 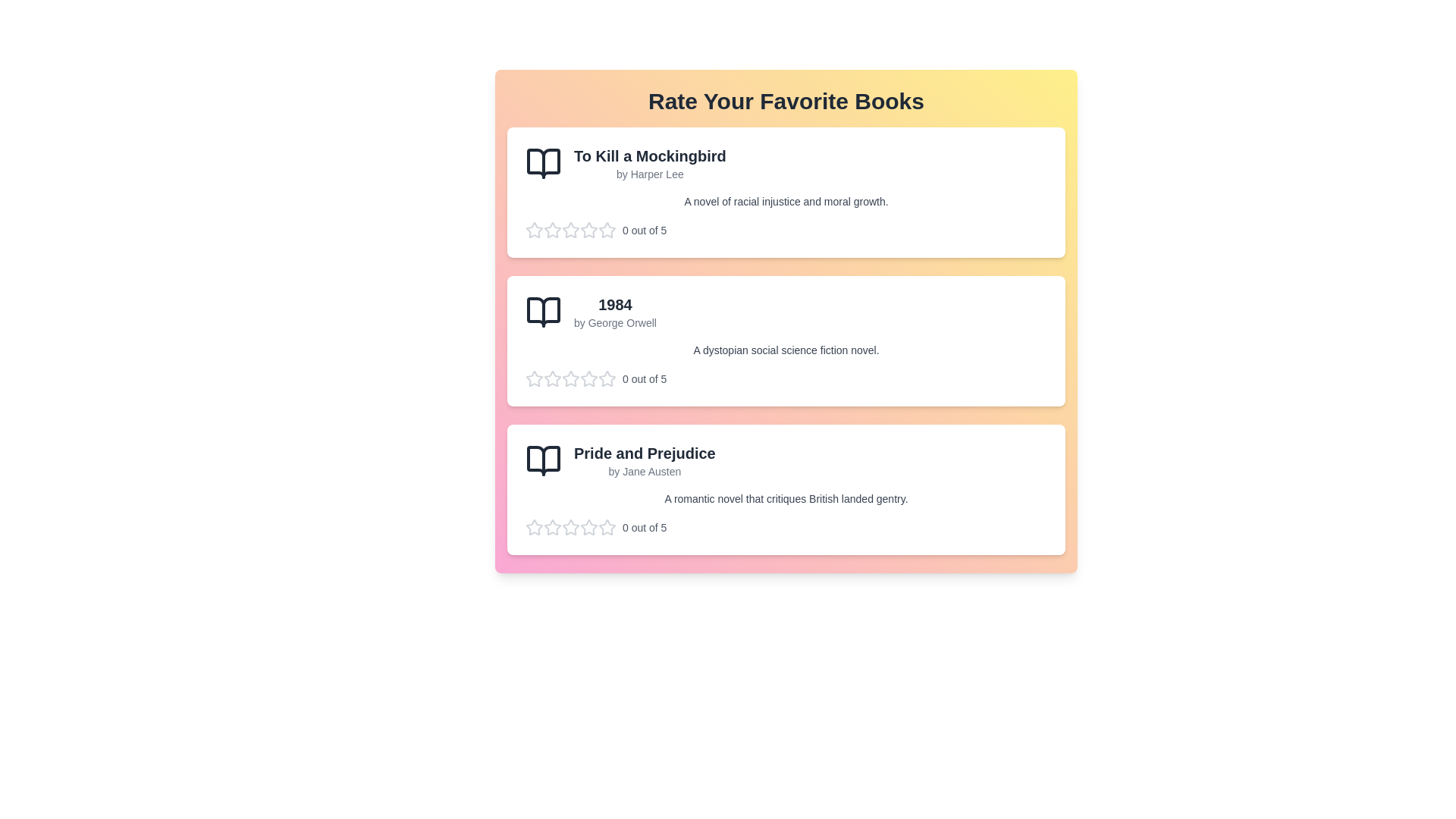 I want to click on the title text element displaying 'Pride and Prejudice', which is located on the third card in a vertical list, above the author text 'by Jane Austen', so click(x=645, y=452).